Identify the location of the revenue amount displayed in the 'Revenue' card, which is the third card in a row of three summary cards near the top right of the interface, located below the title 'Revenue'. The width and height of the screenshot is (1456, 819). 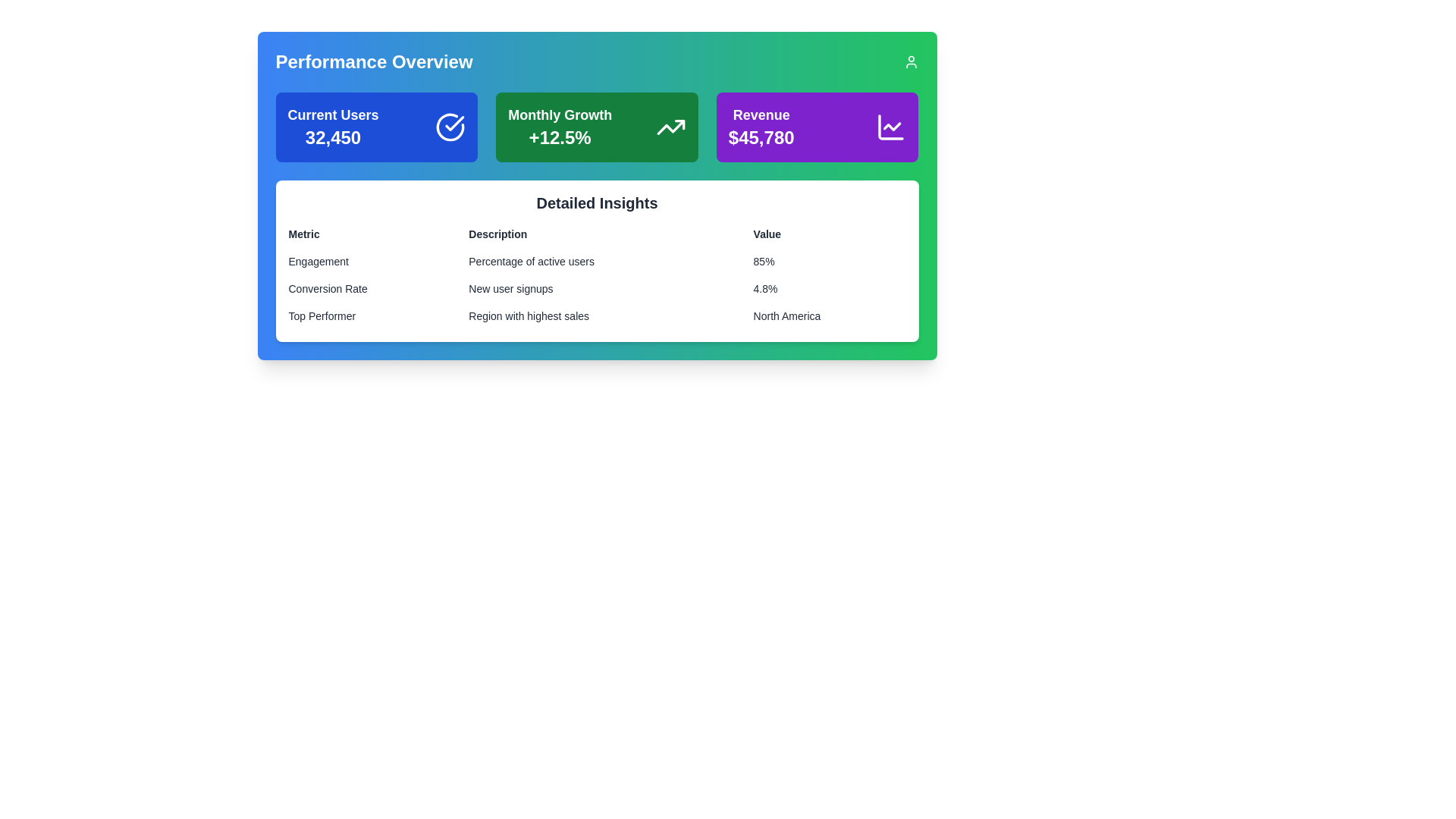
(761, 137).